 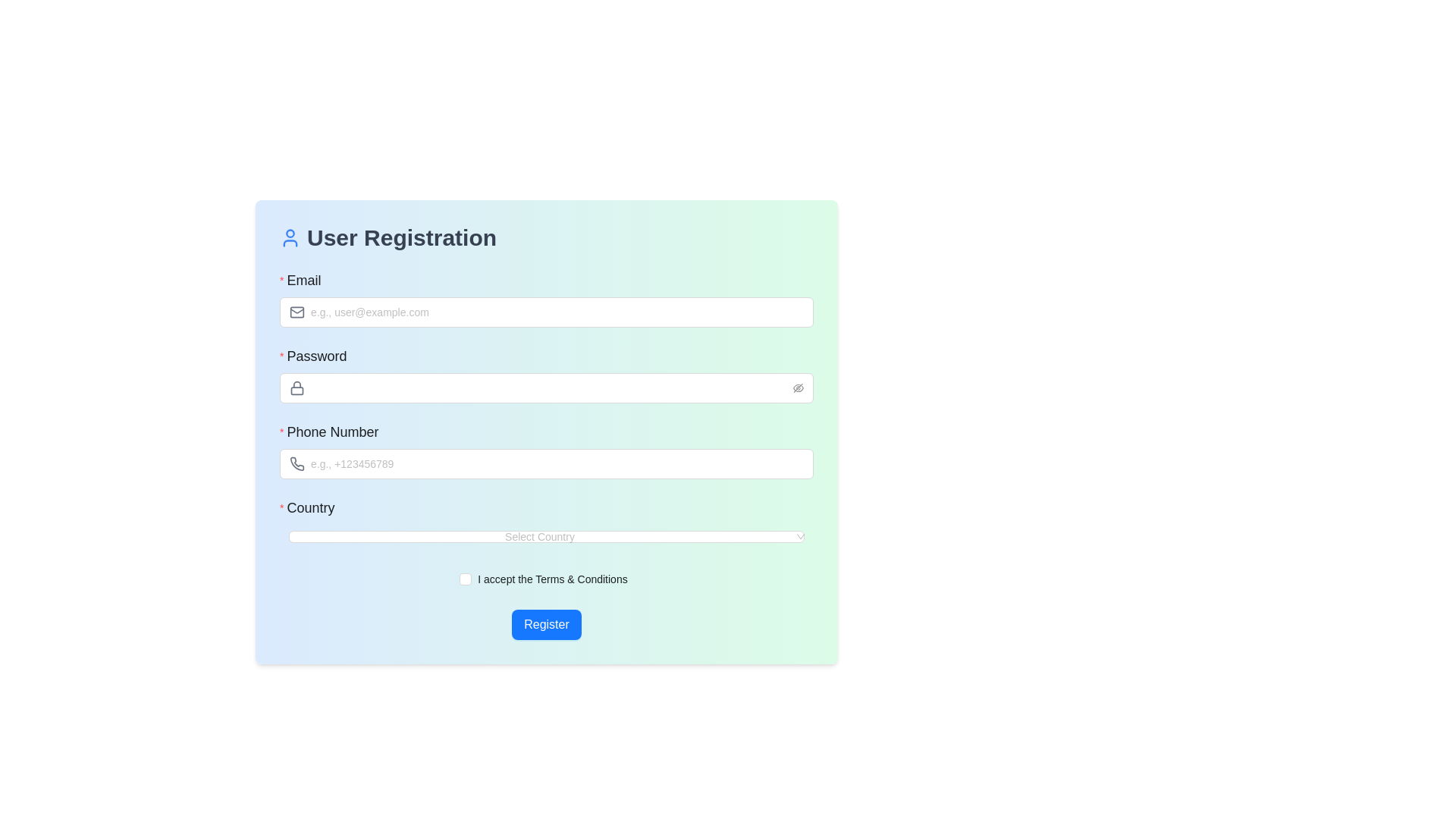 What do you see at coordinates (546, 579) in the screenshot?
I see `the 'Terms & Conditions' hyperlink next to the checkbox in the user registration form` at bounding box center [546, 579].